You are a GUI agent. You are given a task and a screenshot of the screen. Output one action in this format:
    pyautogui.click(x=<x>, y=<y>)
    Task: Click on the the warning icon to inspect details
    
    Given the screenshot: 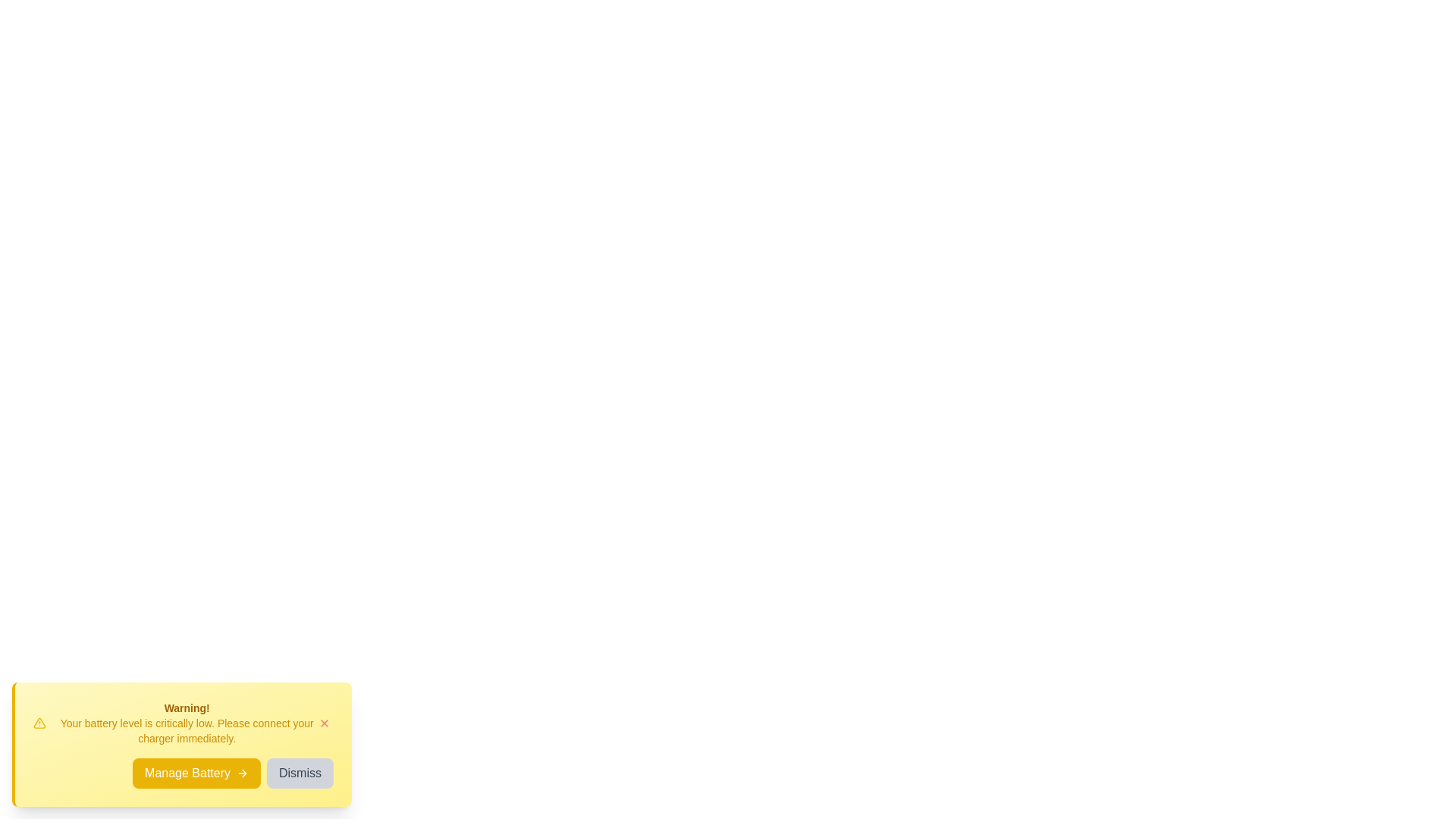 What is the action you would take?
    pyautogui.click(x=39, y=722)
    